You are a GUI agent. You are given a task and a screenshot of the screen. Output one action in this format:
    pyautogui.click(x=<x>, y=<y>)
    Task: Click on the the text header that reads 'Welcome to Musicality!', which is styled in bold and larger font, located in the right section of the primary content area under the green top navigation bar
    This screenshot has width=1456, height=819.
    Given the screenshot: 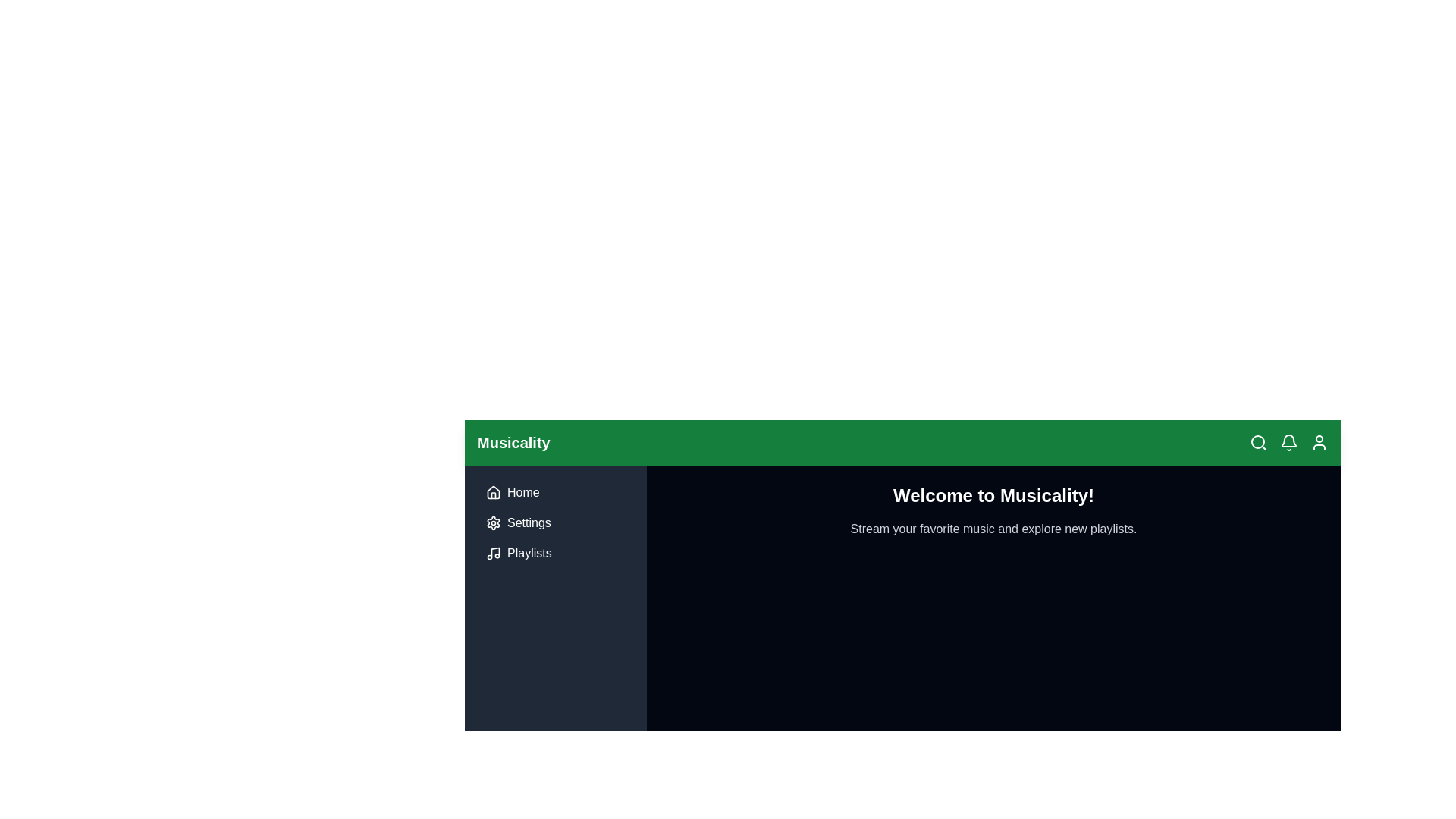 What is the action you would take?
    pyautogui.click(x=993, y=496)
    